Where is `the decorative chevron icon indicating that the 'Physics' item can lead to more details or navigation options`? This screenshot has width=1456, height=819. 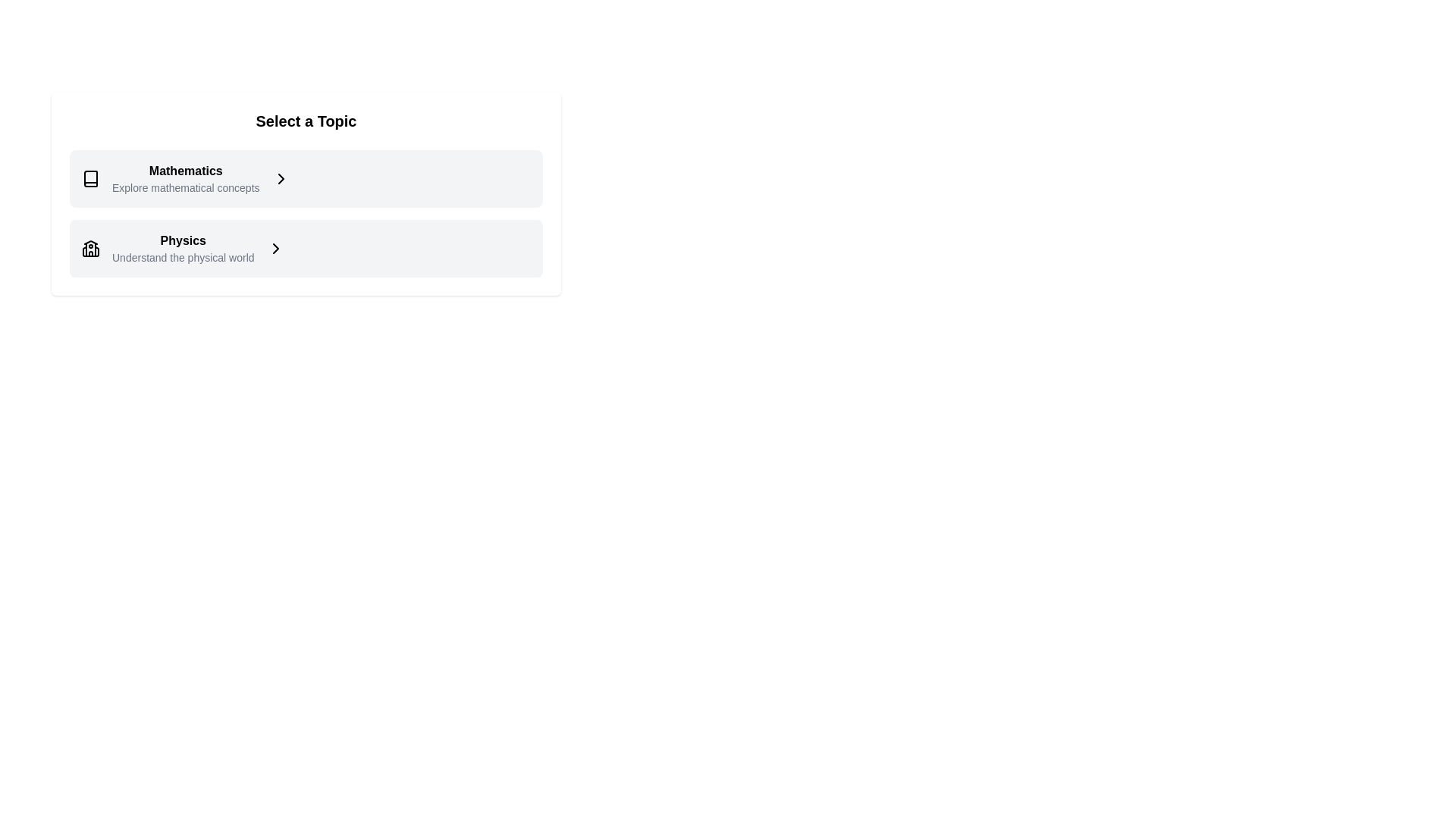
the decorative chevron icon indicating that the 'Physics' item can lead to more details or navigation options is located at coordinates (275, 247).